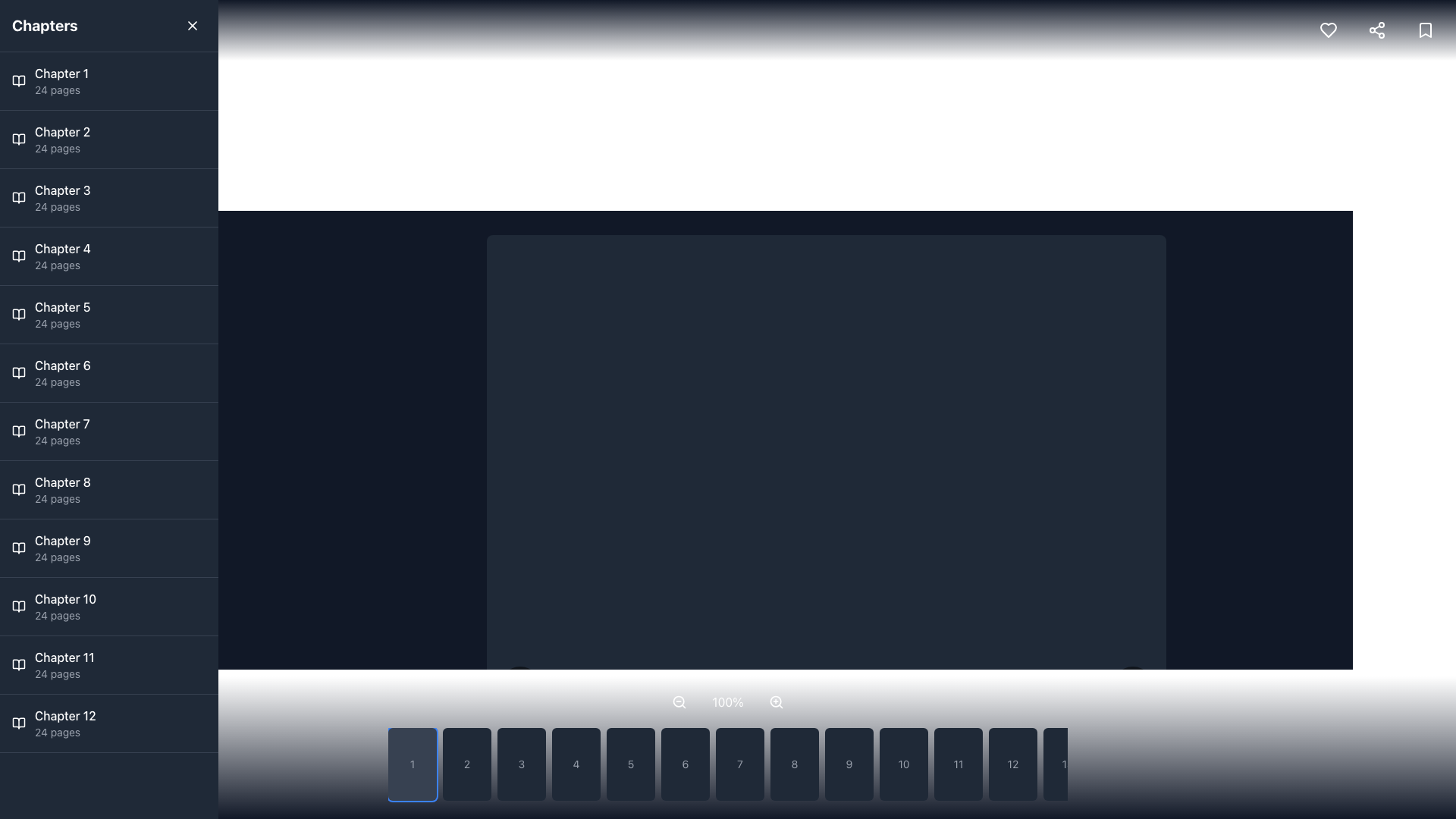 This screenshot has width=1456, height=819. I want to click on the 'Chapter 6' text label in the left sidebar menu, so click(61, 366).